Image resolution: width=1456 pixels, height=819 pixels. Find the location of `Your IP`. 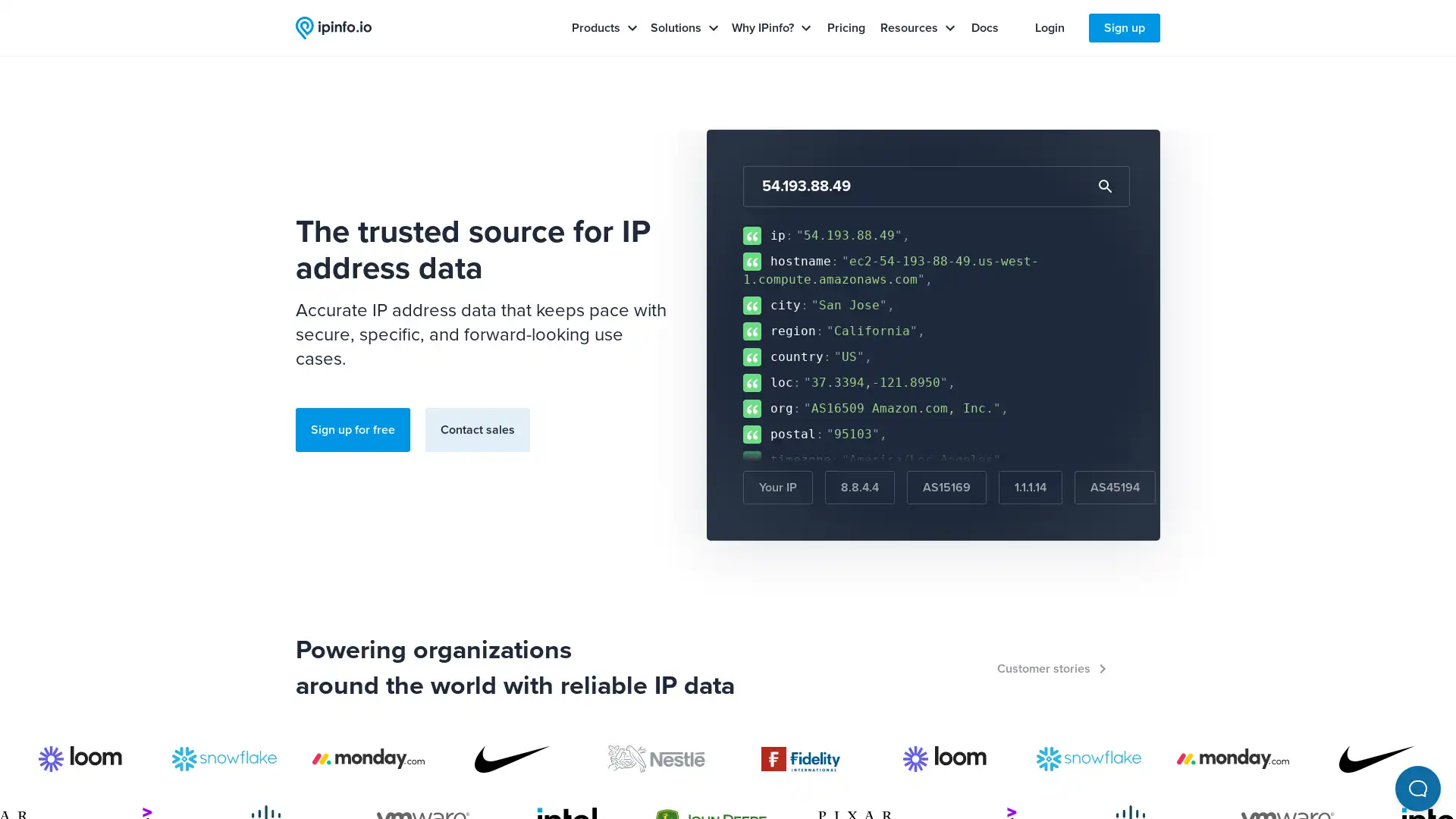

Your IP is located at coordinates (778, 488).